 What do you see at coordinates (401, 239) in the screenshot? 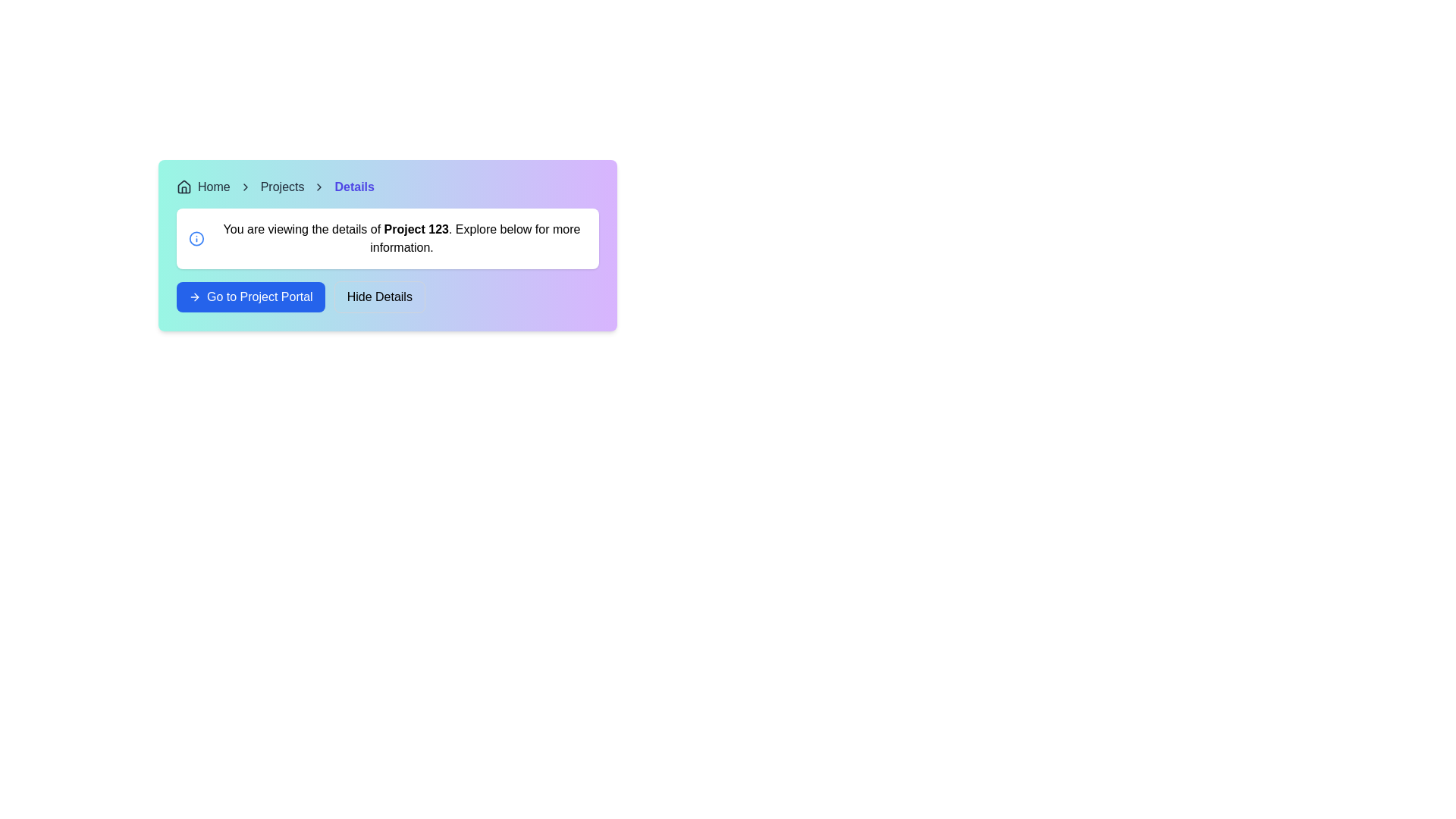
I see `contextual information provided by the text block summarizing 'Project 123', which is centrally located below the breadcrumb navigation bar and above the 'Go to Project Portal' button` at bounding box center [401, 239].